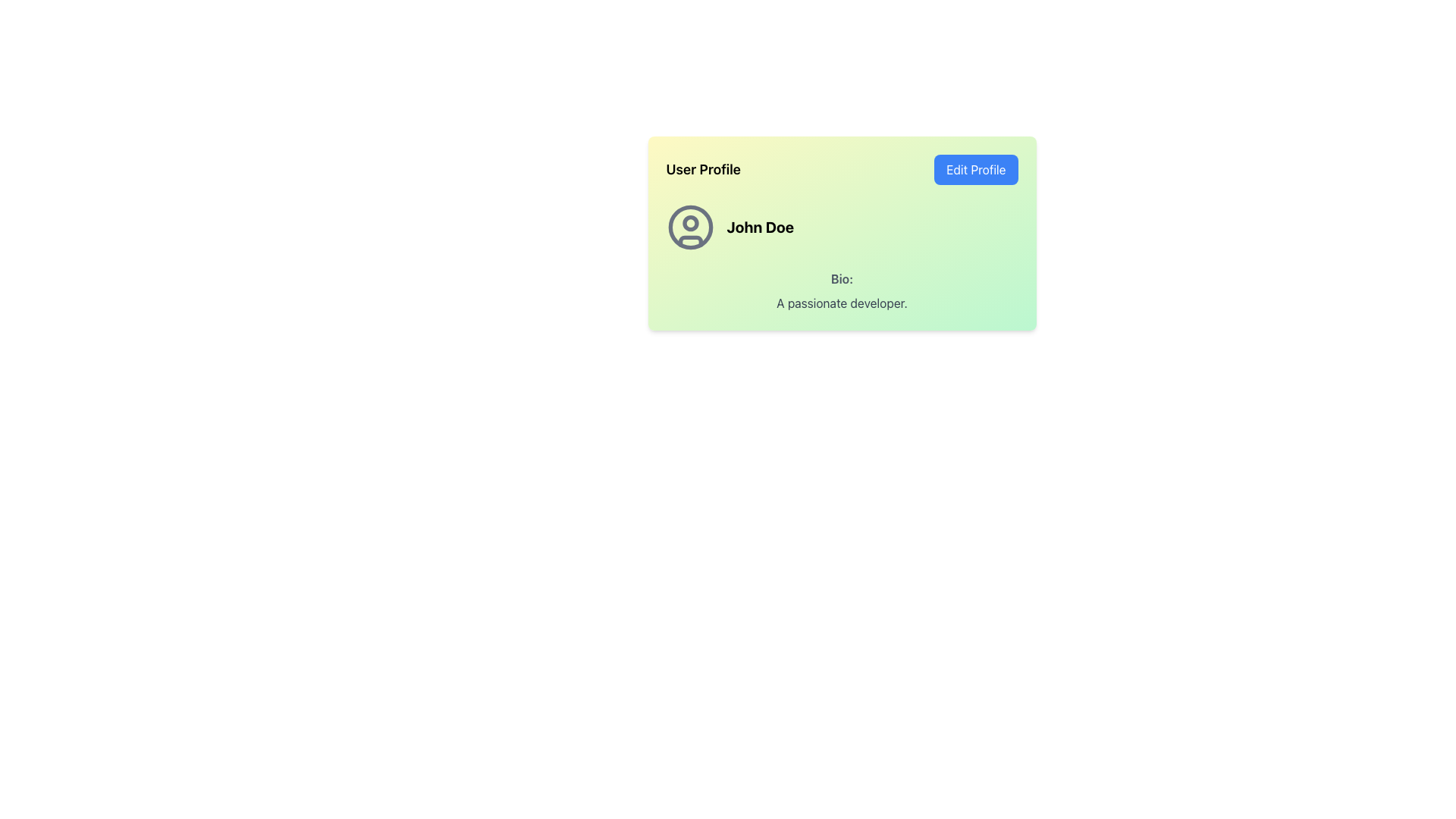 The image size is (1456, 819). Describe the element at coordinates (689, 227) in the screenshot. I see `the circular SVG shape that represents the user profile icon located to the left of the name 'John Doe' in the user profile area` at that location.